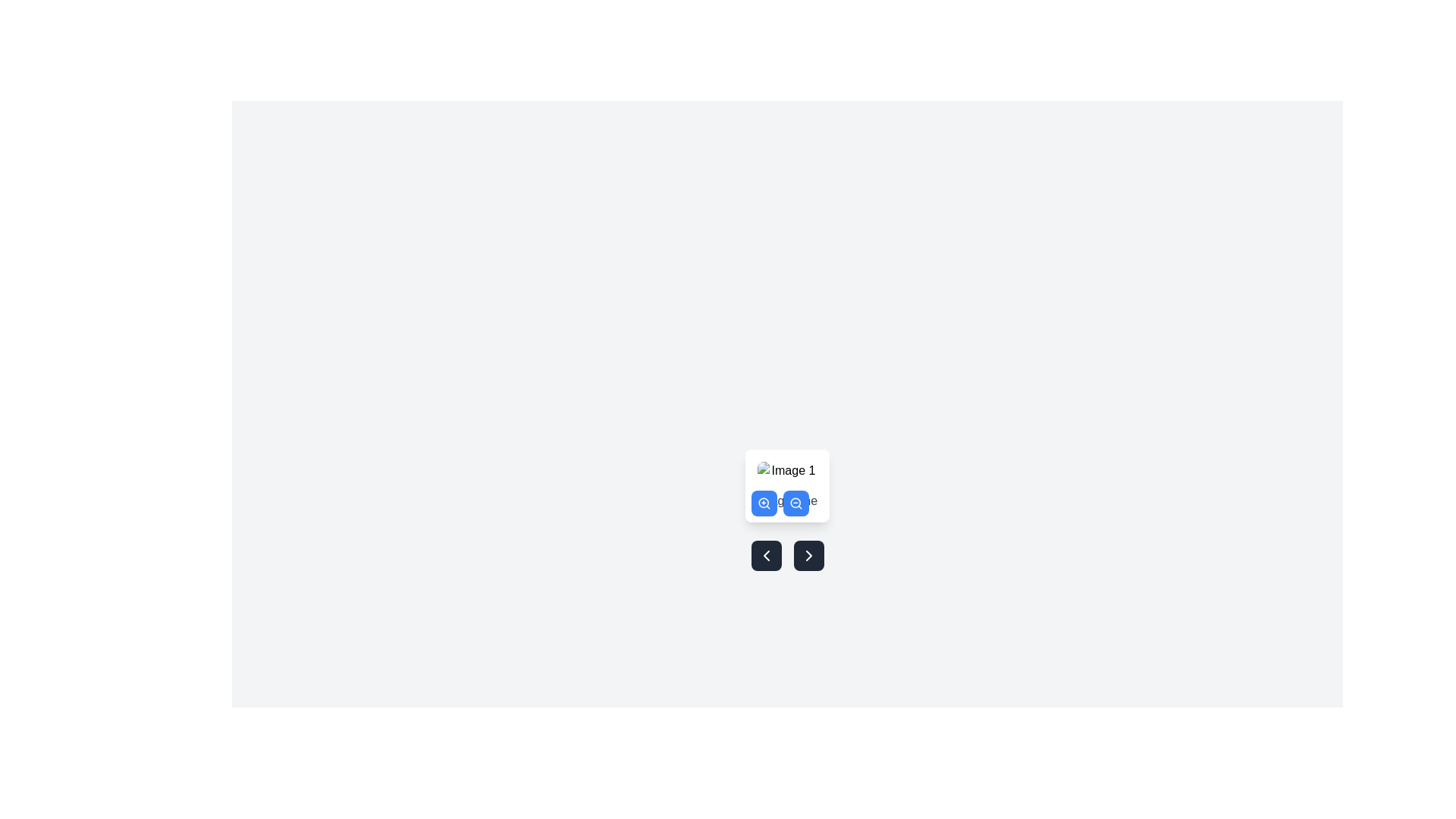 The image size is (1456, 819). What do you see at coordinates (766, 555) in the screenshot?
I see `the left navigational control button, which is an SVG icon depicting a leftward arrow symbol` at bounding box center [766, 555].